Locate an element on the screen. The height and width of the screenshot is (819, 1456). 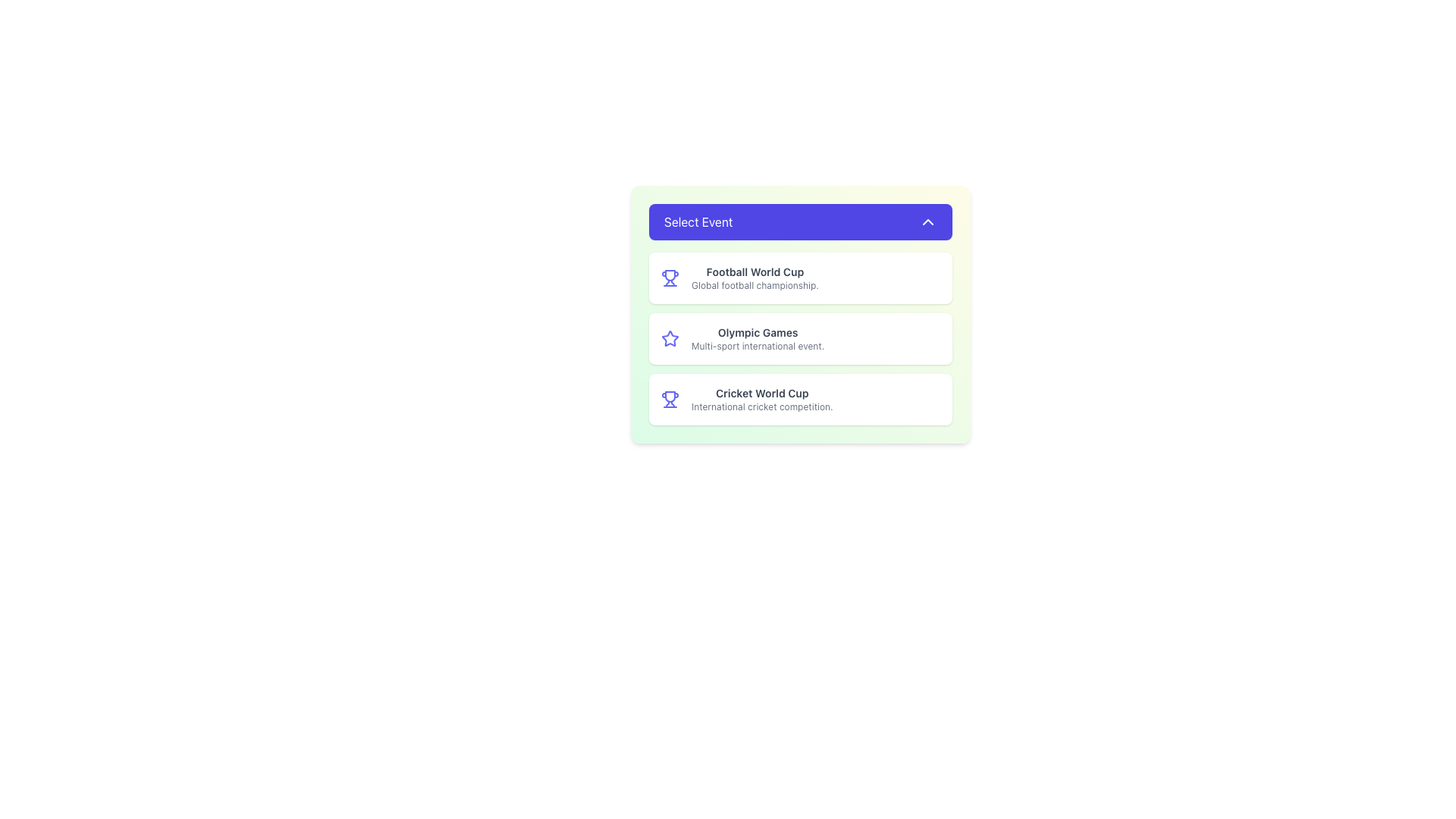
the text label that reads 'Multi-sport international event.' positioned directly beneath the heading 'Olympic Games' is located at coordinates (758, 346).